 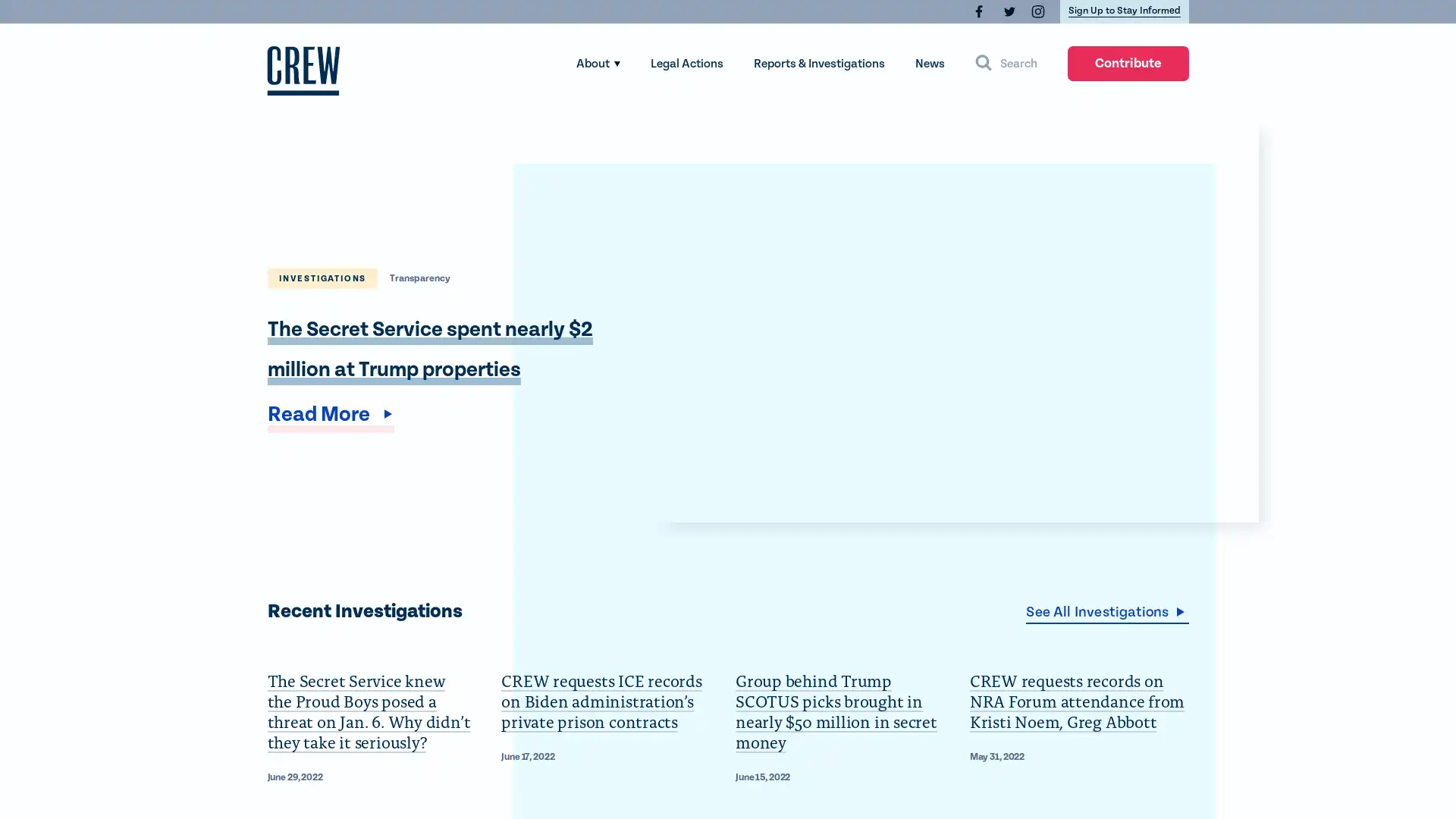 I want to click on Search, so click(x=1006, y=63).